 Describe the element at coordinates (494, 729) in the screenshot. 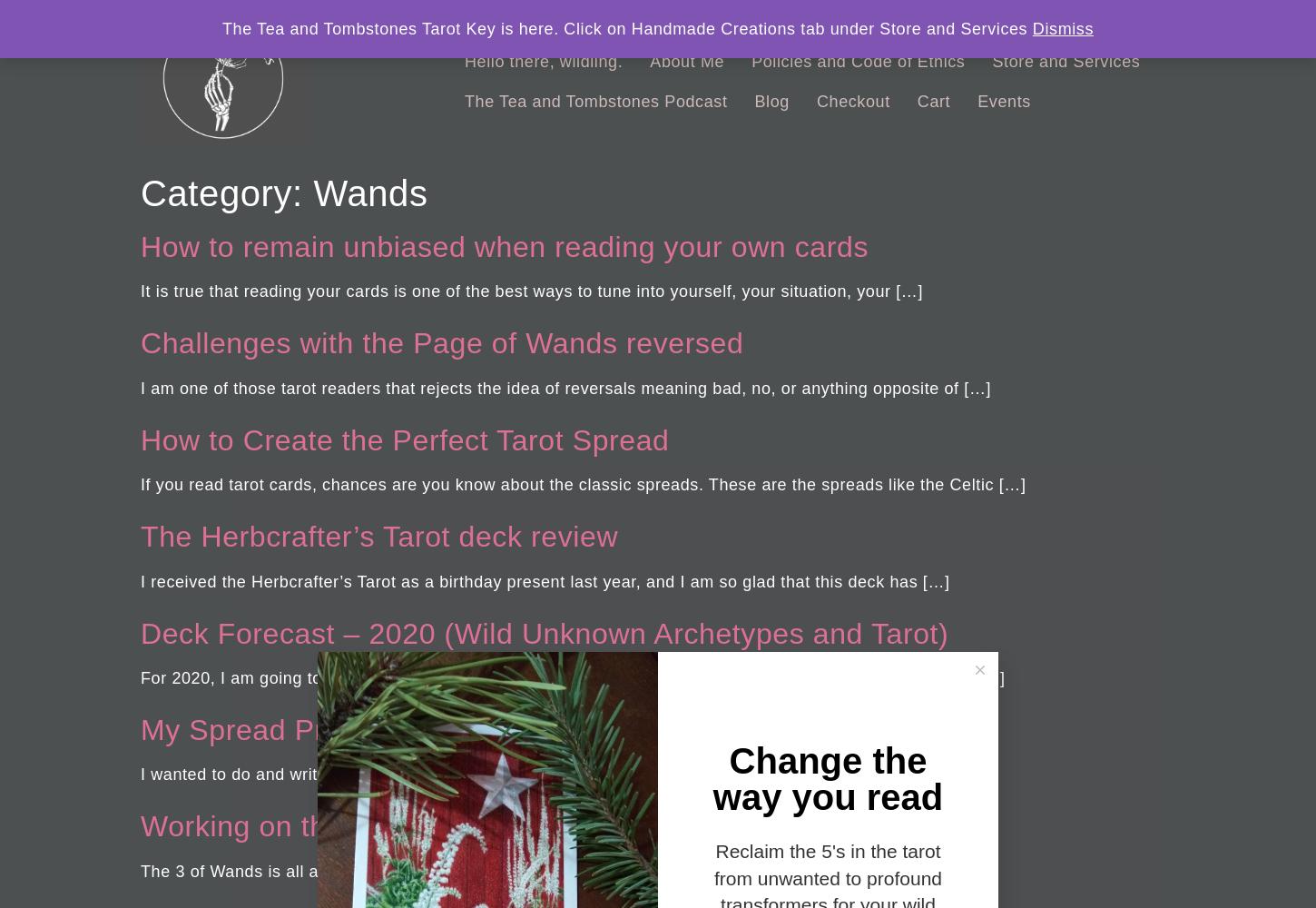

I see `'My Spread Pricing and Why I Don’t Charge Per Hour'` at that location.